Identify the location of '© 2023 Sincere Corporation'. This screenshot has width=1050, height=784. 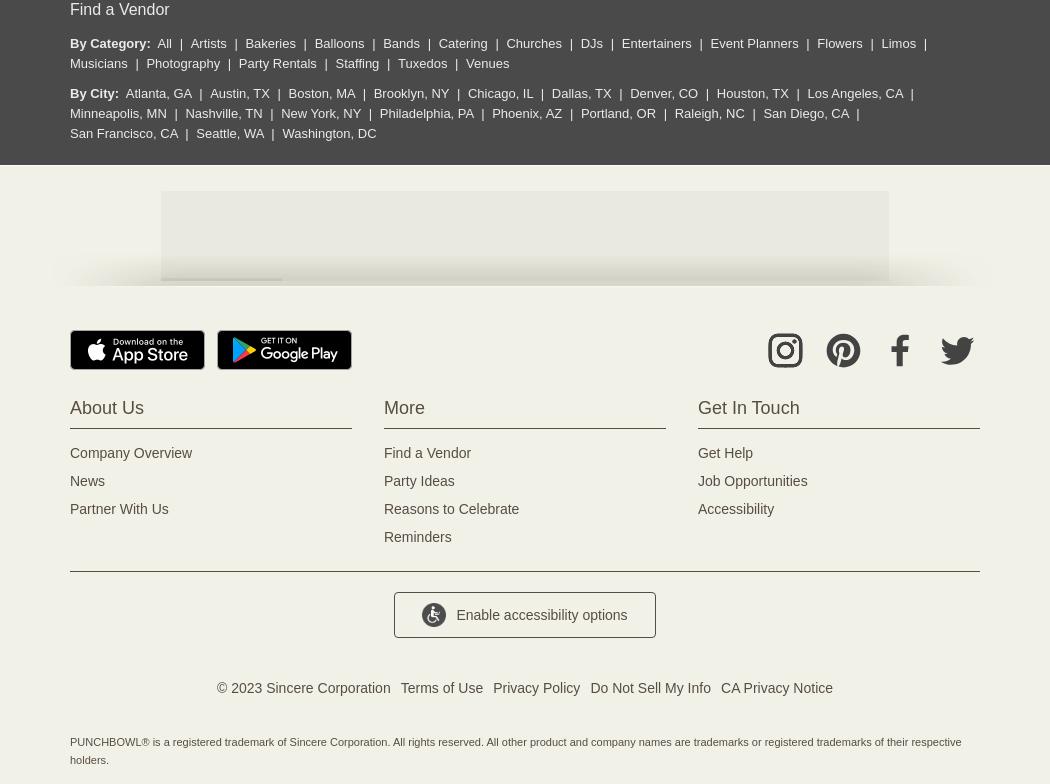
(303, 688).